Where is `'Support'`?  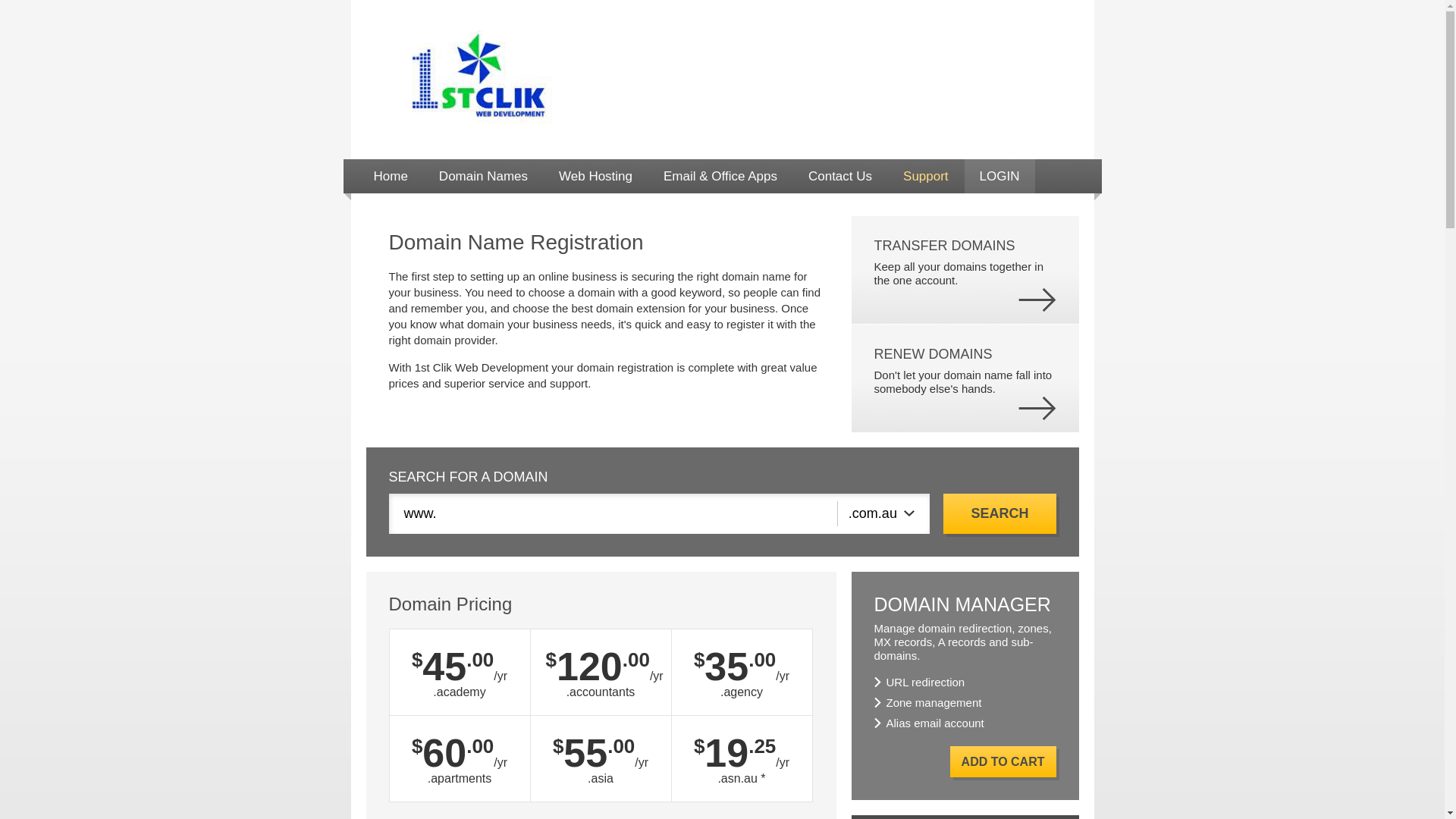
'Support' is located at coordinates (888, 175).